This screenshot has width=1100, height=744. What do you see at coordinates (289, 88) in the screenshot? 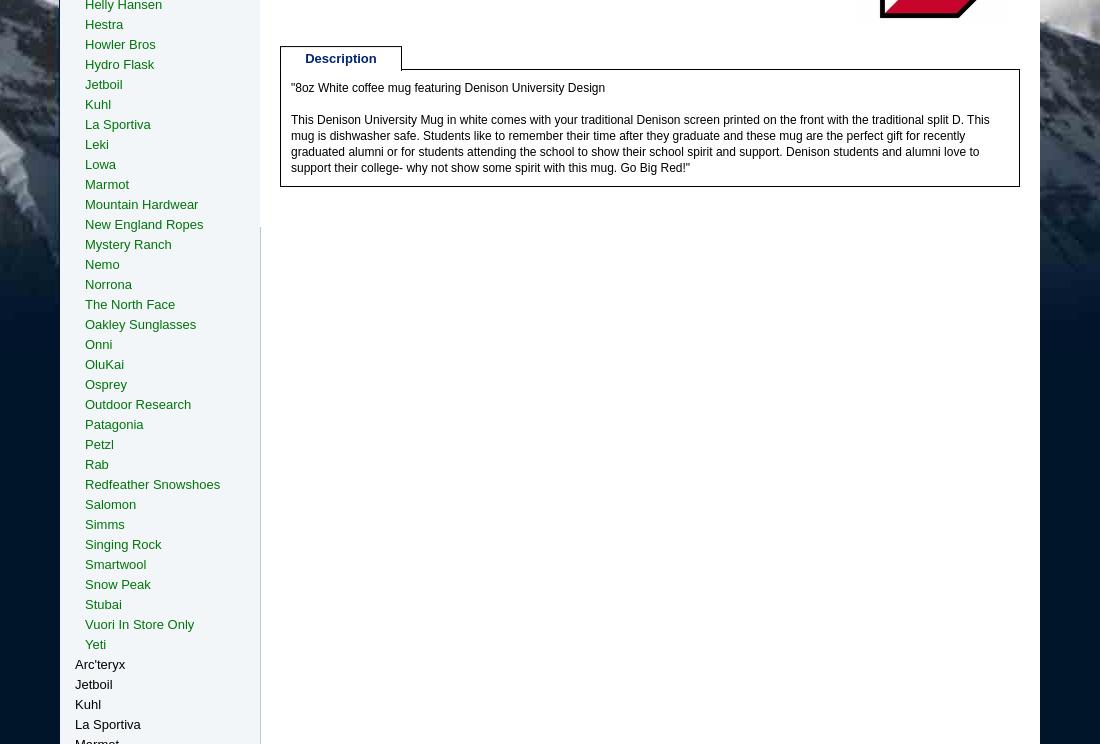
I see `'"8oz White coffee mug featuring Denison University Design'` at bounding box center [289, 88].